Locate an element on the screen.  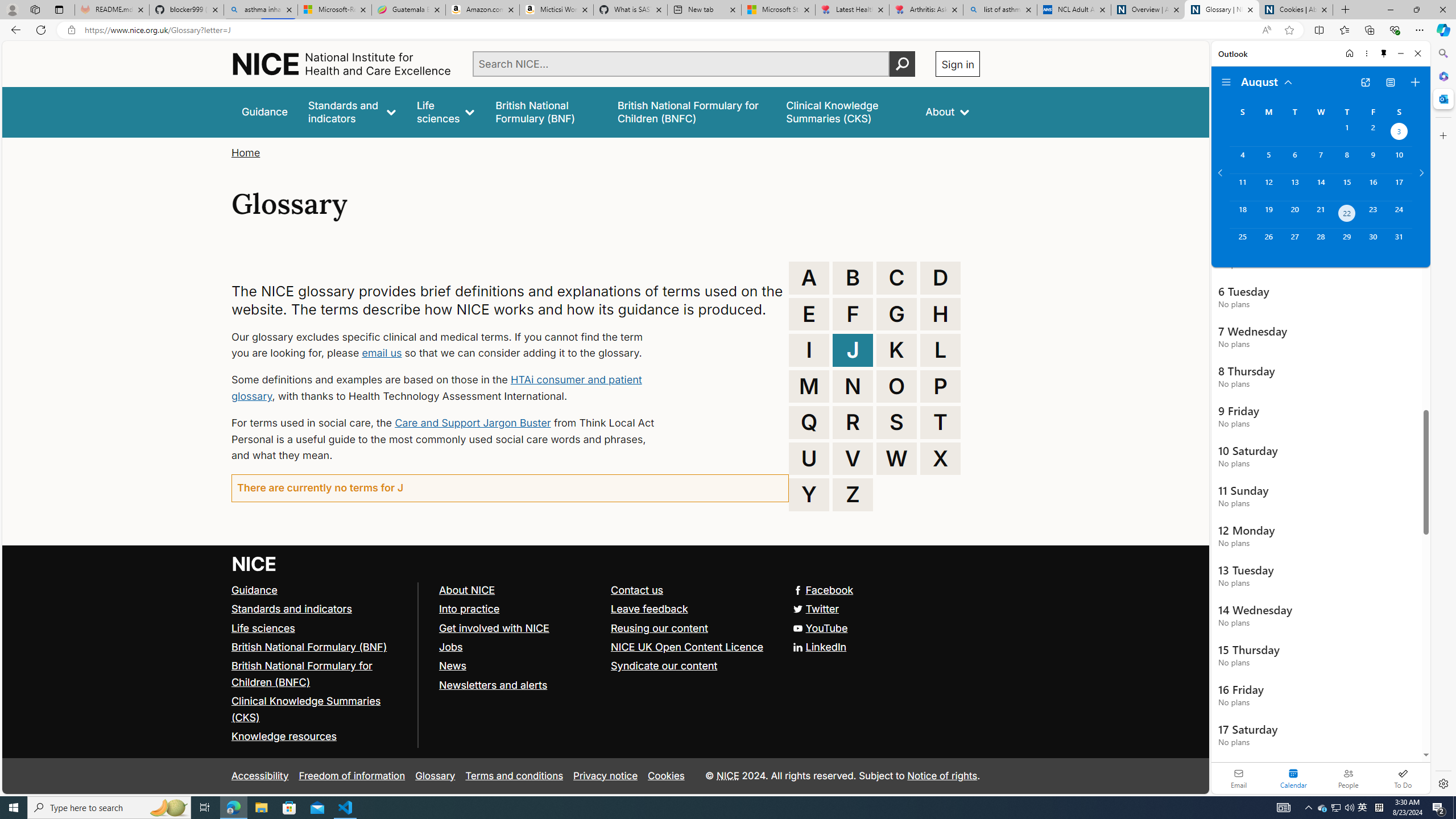
'Syndicate our content' is located at coordinates (692, 666).